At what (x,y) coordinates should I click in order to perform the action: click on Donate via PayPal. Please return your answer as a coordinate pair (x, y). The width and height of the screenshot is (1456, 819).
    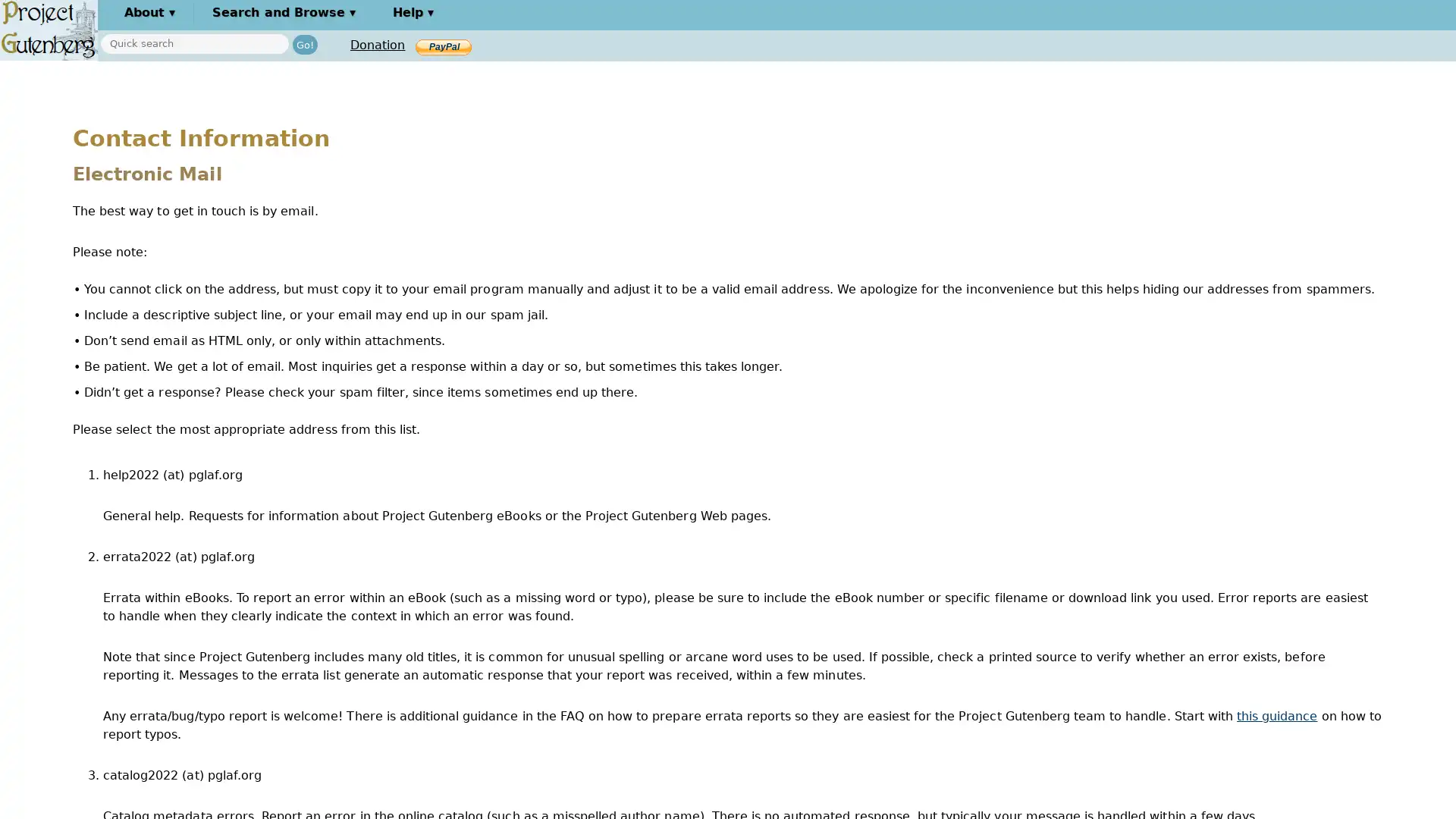
    Looking at the image, I should click on (443, 45).